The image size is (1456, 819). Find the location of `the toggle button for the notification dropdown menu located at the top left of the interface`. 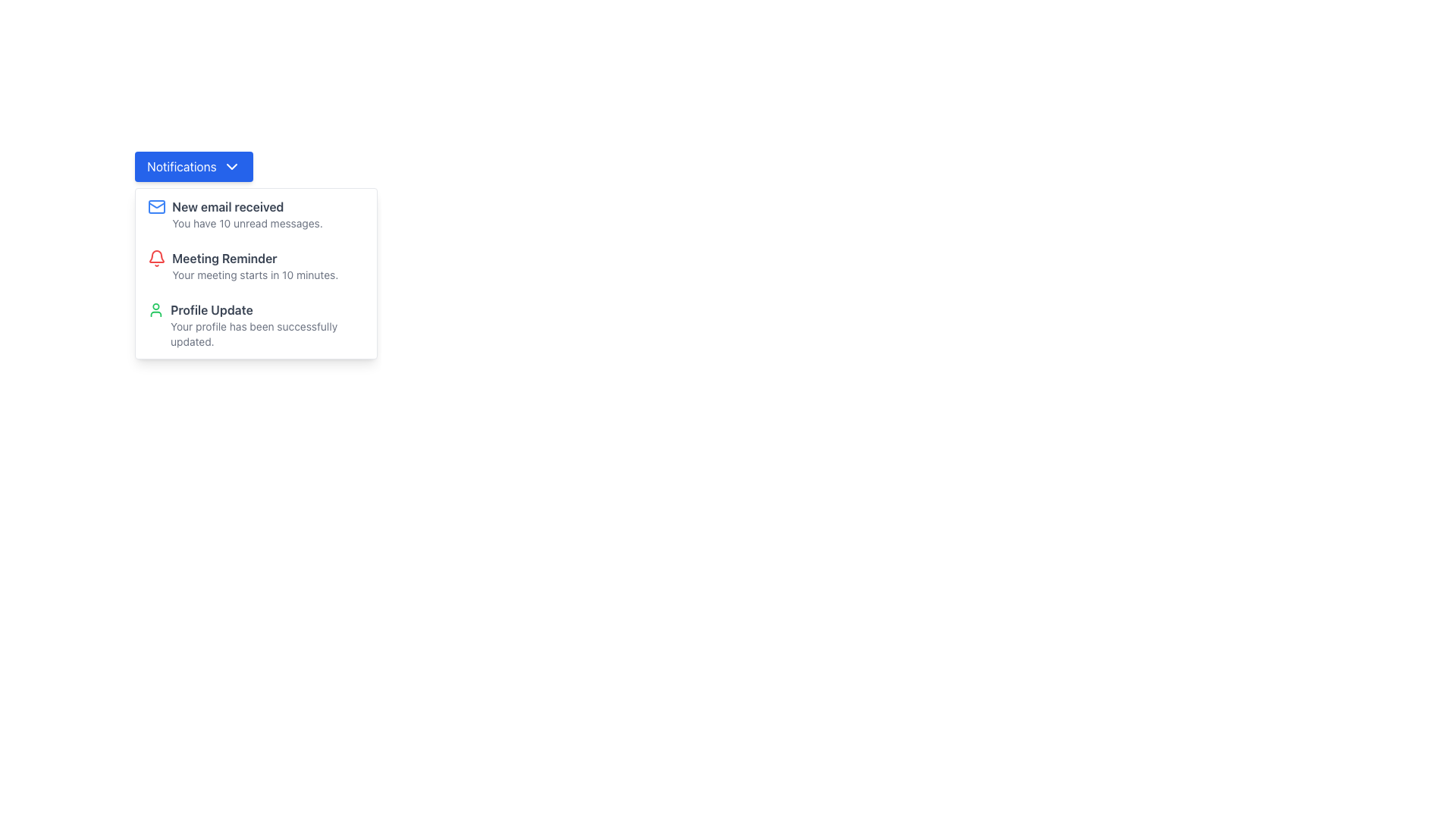

the toggle button for the notification dropdown menu located at the top left of the interface is located at coordinates (193, 166).